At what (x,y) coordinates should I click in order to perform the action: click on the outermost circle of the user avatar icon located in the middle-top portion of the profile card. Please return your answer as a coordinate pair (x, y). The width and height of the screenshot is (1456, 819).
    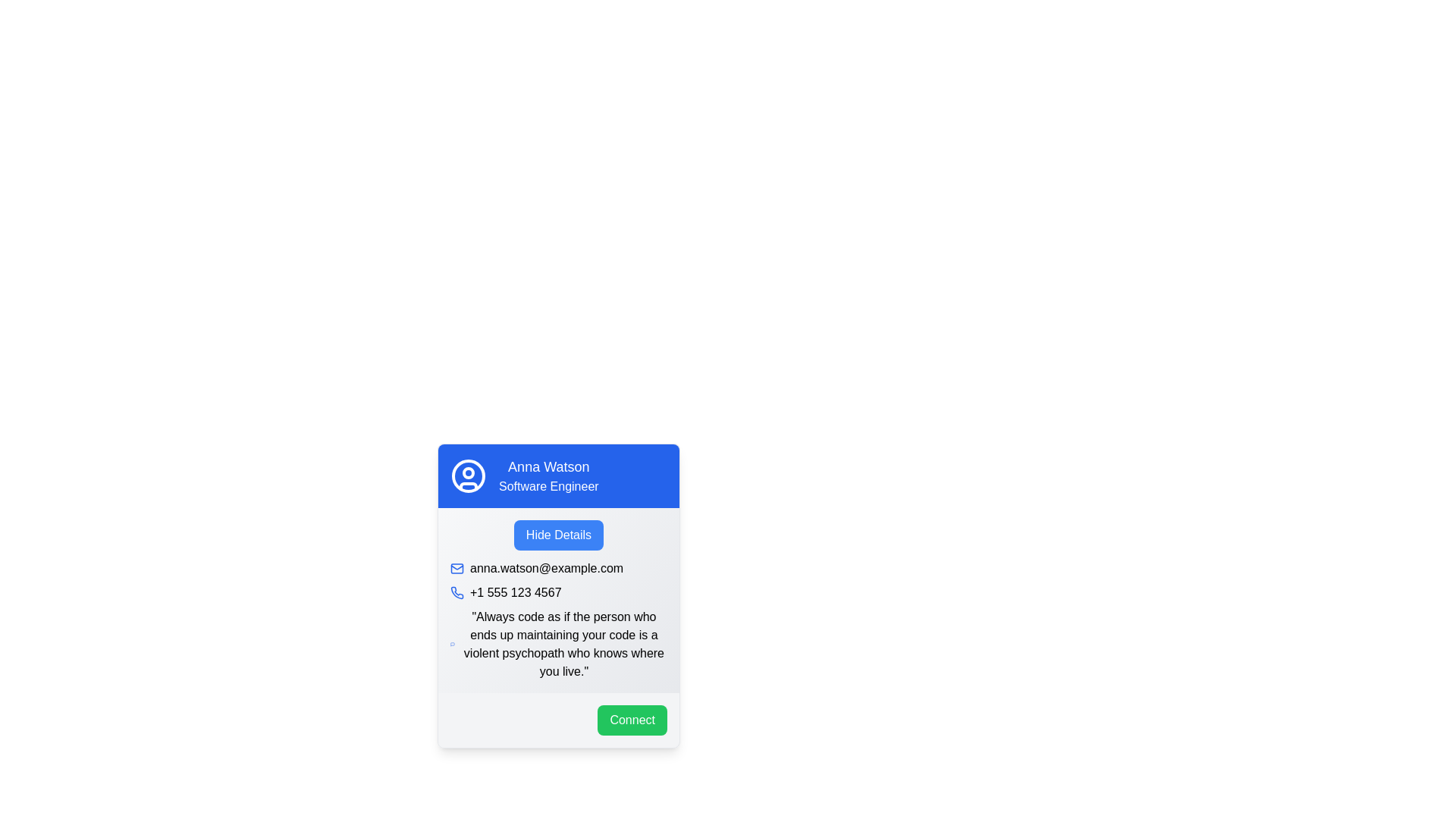
    Looking at the image, I should click on (468, 475).